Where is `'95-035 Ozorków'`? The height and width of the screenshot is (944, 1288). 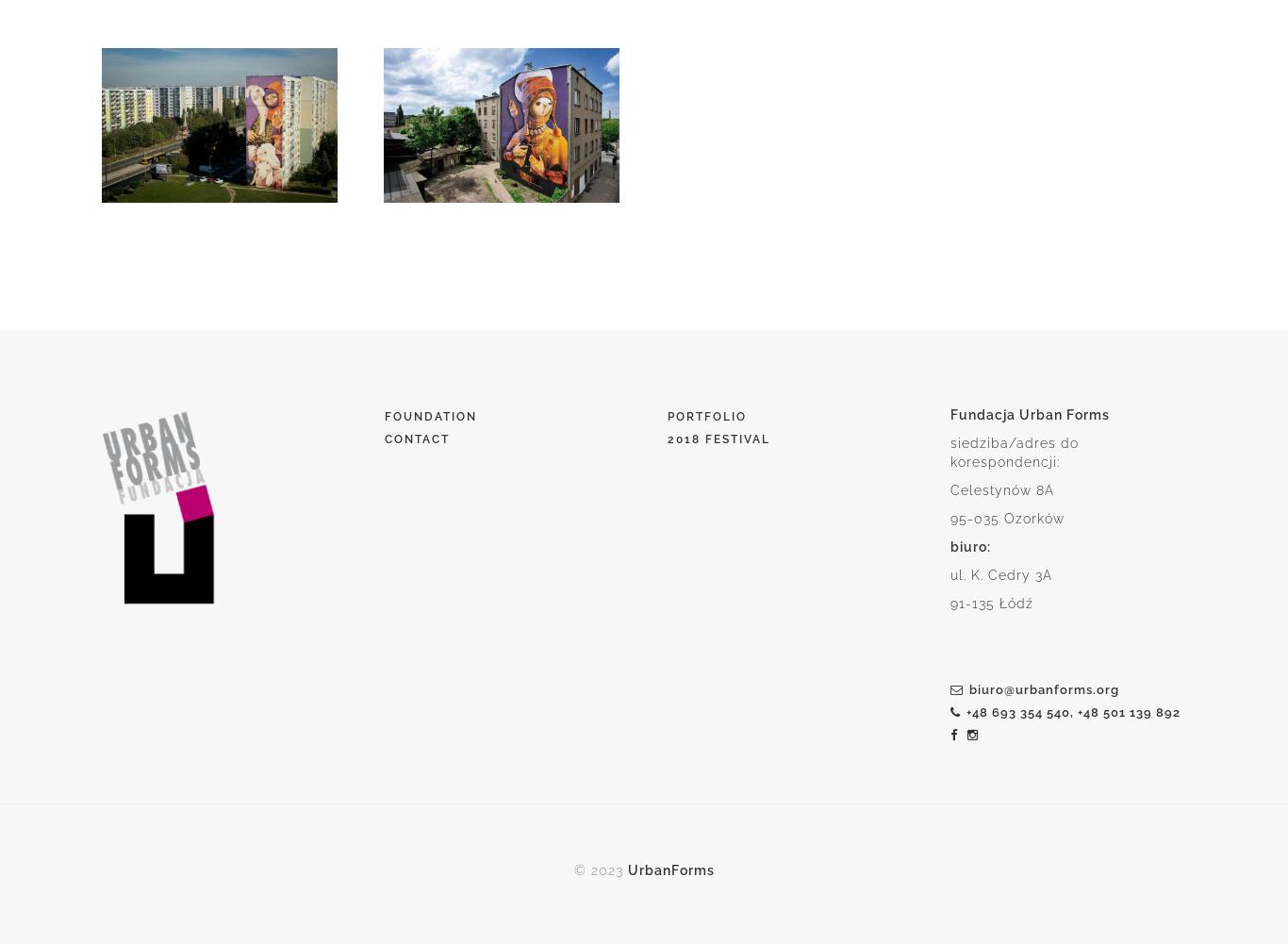
'95-035 Ozorków' is located at coordinates (1006, 518).